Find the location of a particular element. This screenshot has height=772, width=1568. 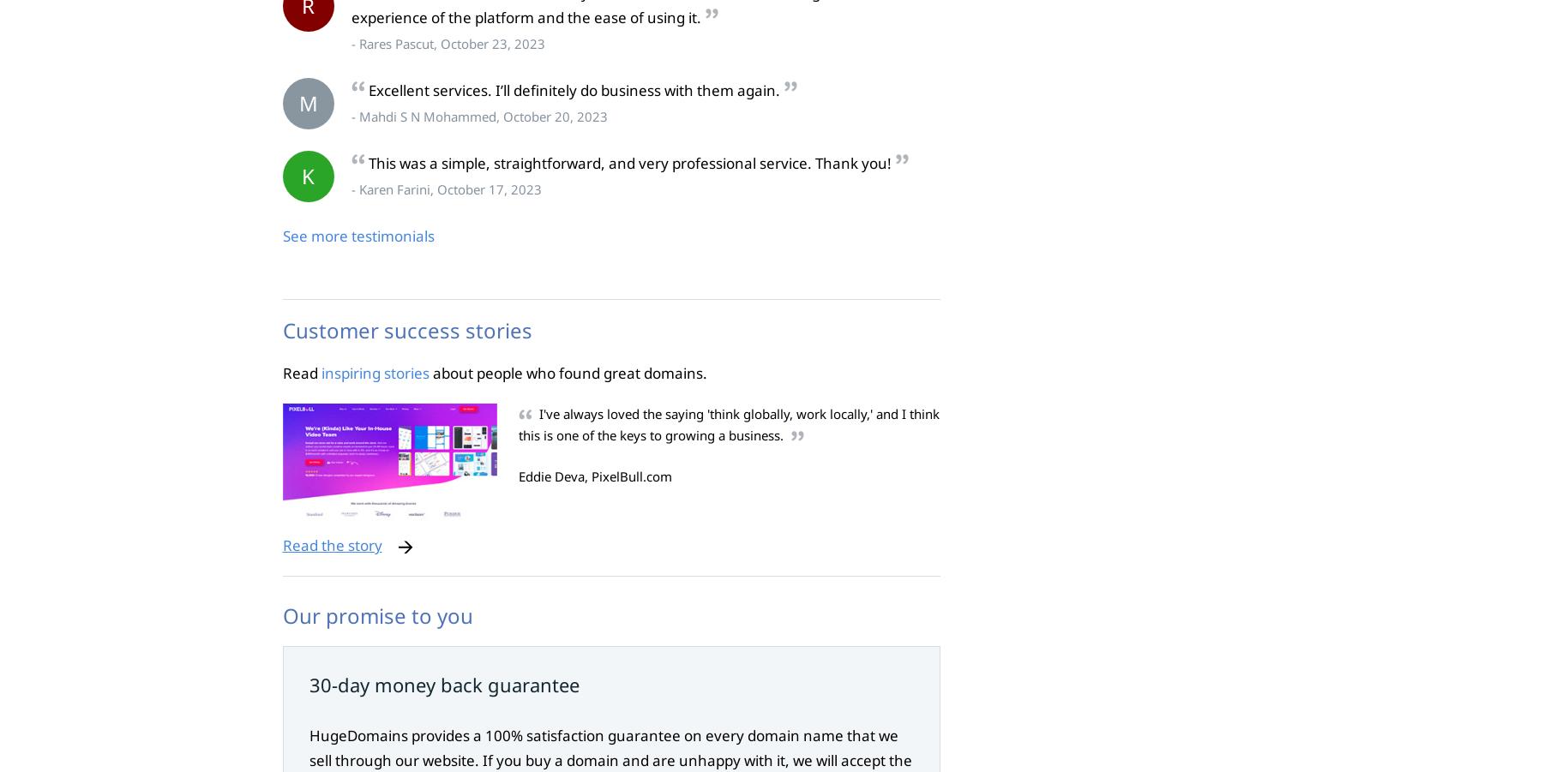

'Excellent services. I’ll definitely do business with them again.' is located at coordinates (367, 89).